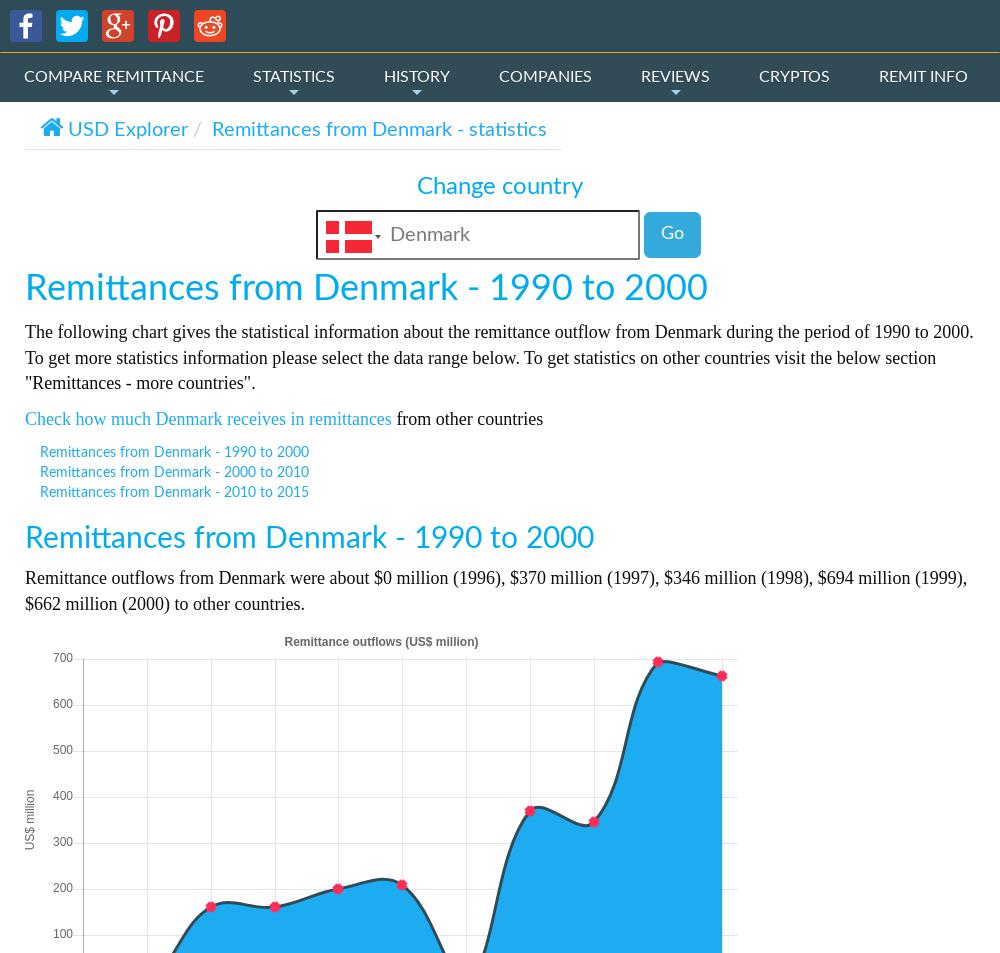 The width and height of the screenshot is (1000, 953). What do you see at coordinates (174, 471) in the screenshot?
I see `'Remittances from Denmark - 2000 to 2010'` at bounding box center [174, 471].